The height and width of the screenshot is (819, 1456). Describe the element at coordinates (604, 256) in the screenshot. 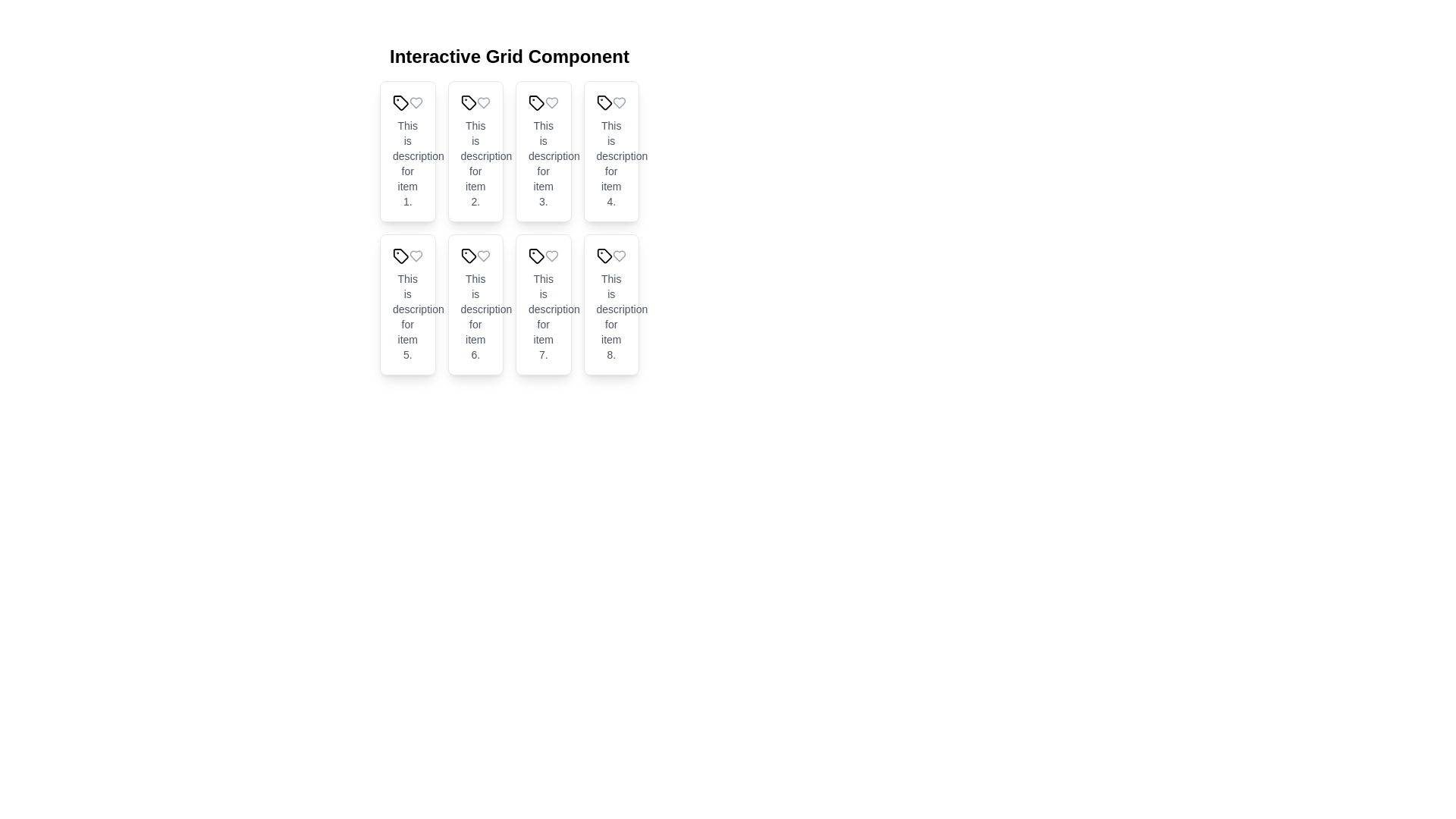

I see `the tag-shaped icon outlined in black, featuring a small circular detail, located in the last column, second row of the grid layout` at that location.